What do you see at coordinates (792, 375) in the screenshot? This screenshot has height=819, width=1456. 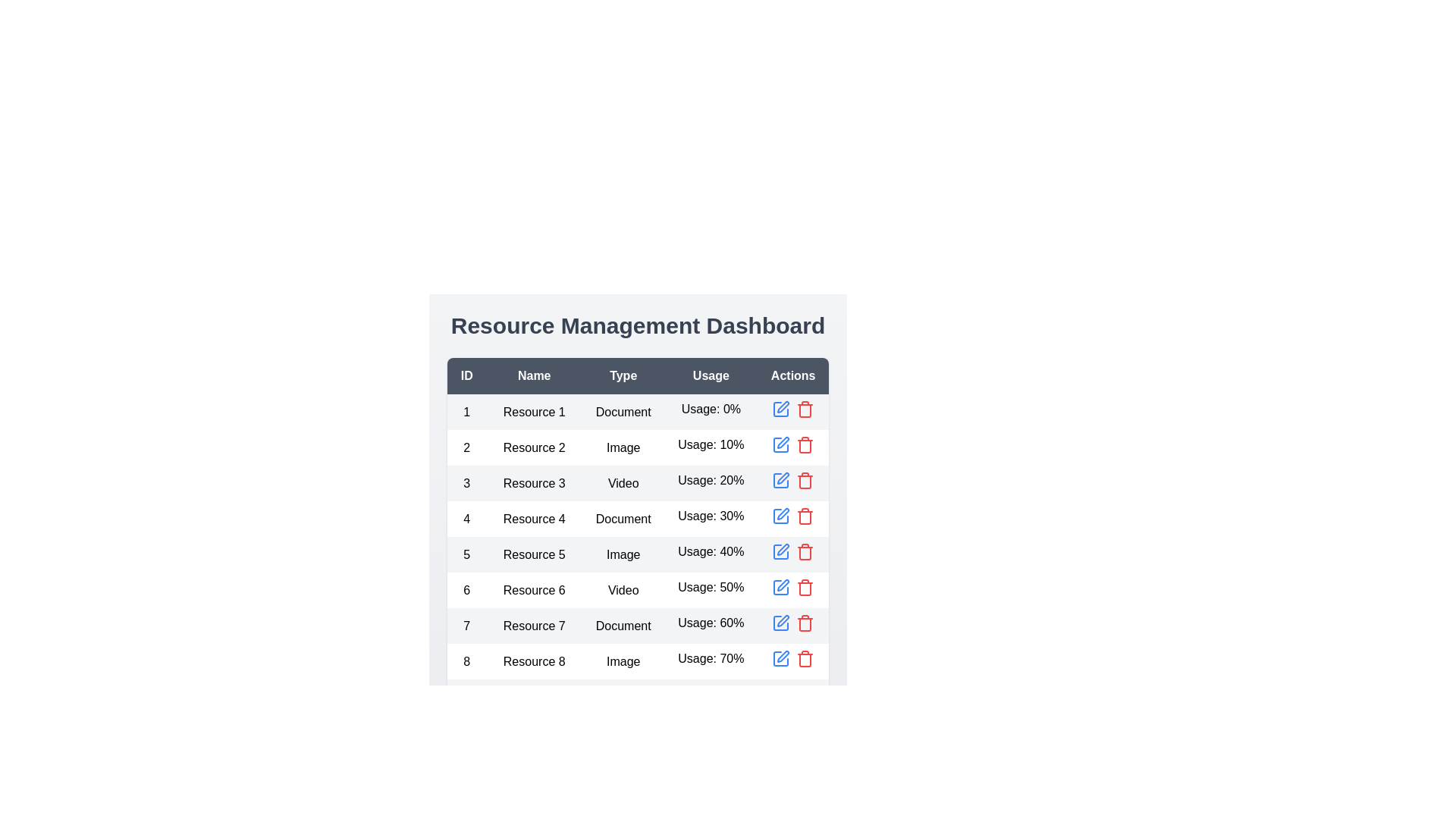 I see `the Actions header to sort the table by that column` at bounding box center [792, 375].